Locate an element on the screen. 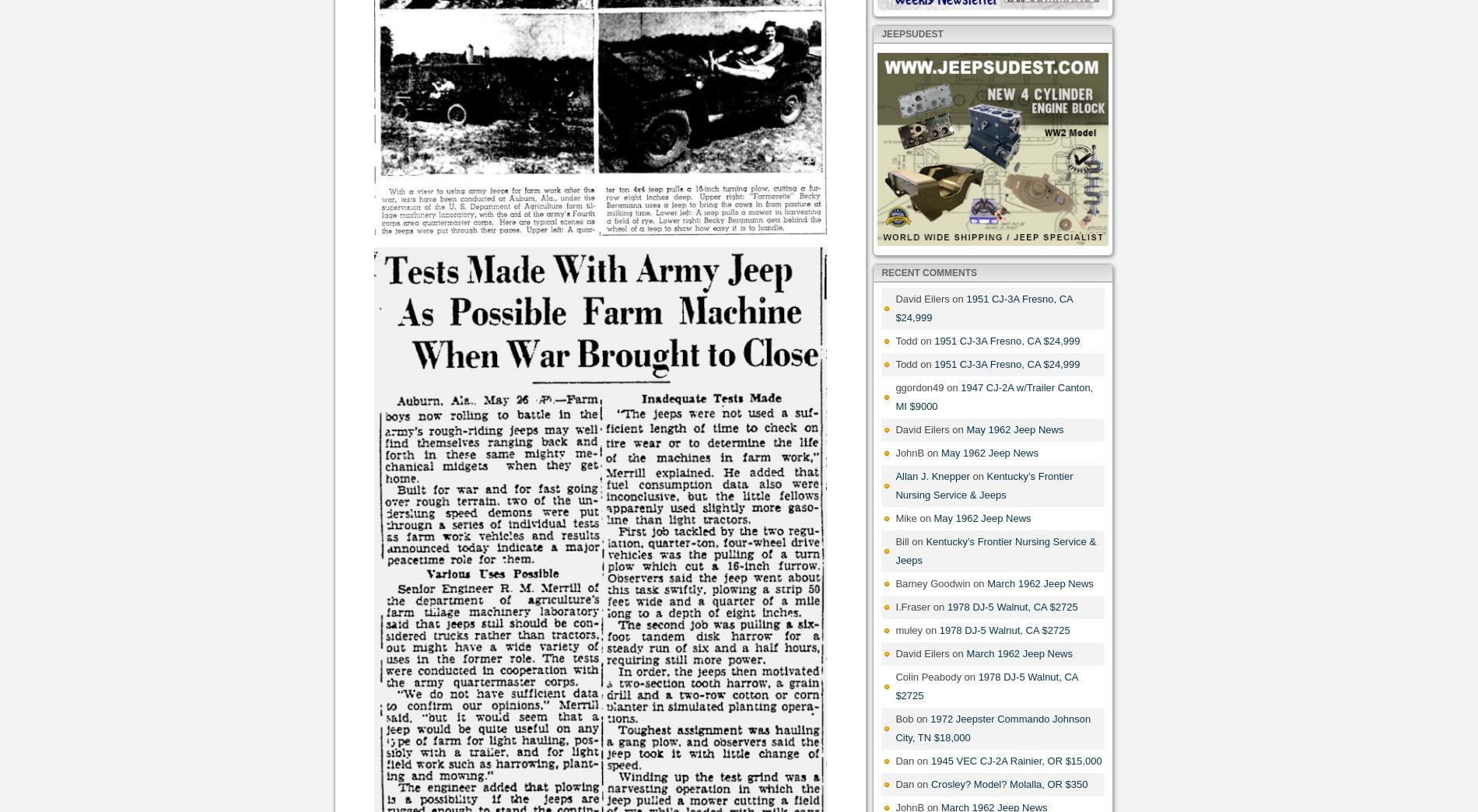 This screenshot has width=1478, height=812. '1945 VEC CJ-2A Rainier, OR $15,000' is located at coordinates (1015, 759).